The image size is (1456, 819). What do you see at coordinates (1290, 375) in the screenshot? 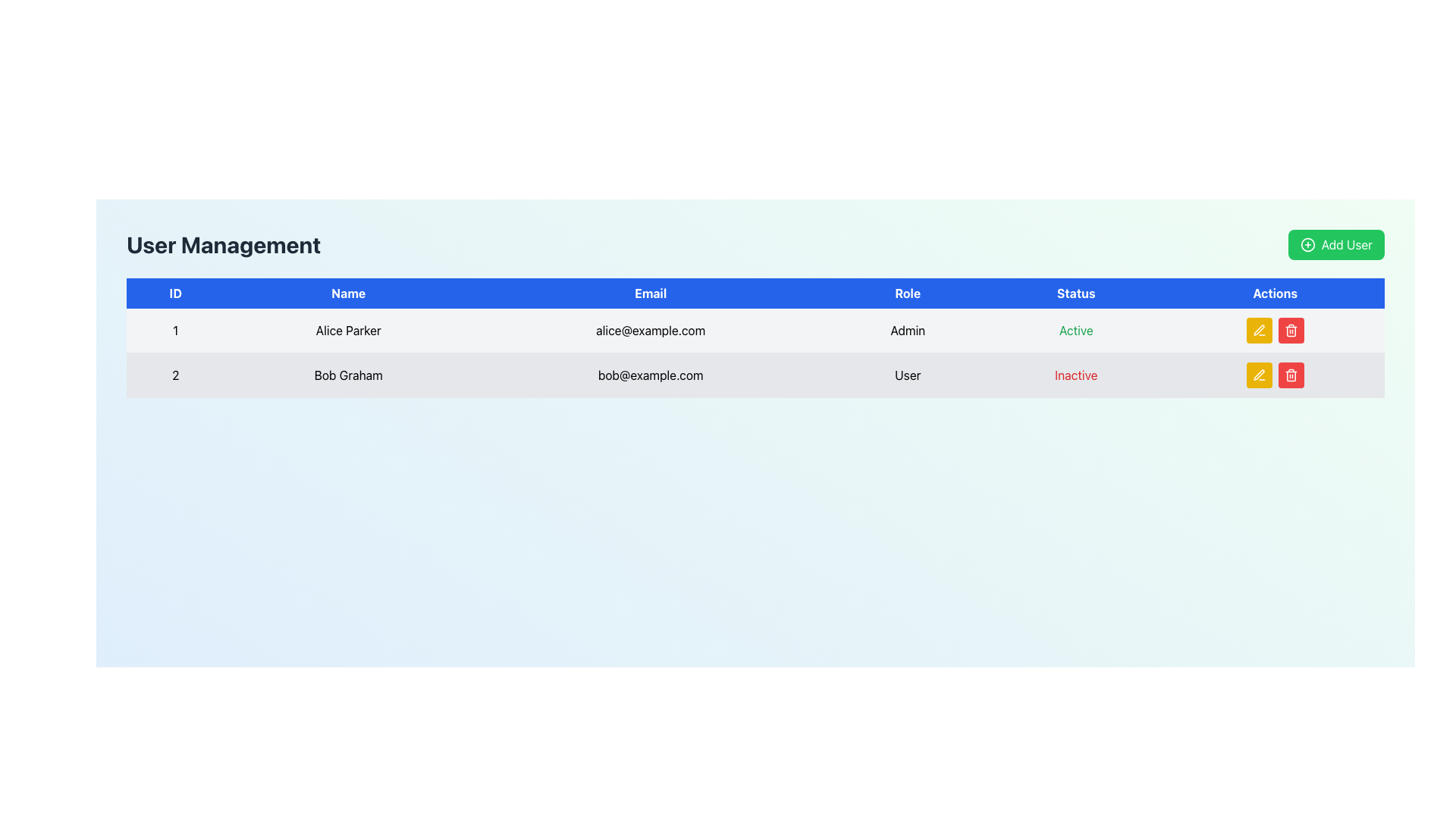
I see `the delete button icon located in the second row of the user management table's 'Actions' column` at bounding box center [1290, 375].